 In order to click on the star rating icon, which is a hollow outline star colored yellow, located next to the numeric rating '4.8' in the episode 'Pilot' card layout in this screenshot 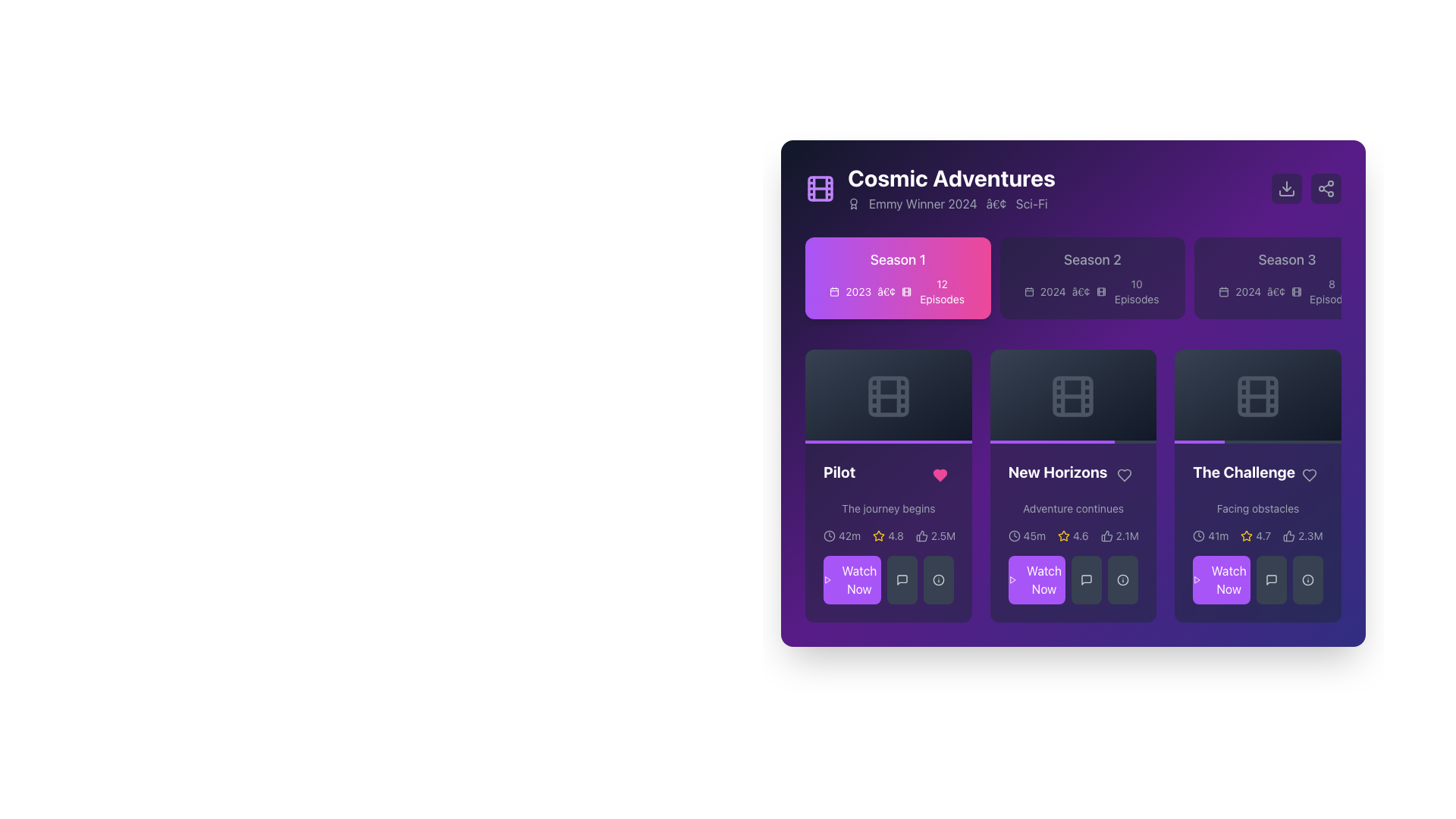, I will do `click(879, 535)`.